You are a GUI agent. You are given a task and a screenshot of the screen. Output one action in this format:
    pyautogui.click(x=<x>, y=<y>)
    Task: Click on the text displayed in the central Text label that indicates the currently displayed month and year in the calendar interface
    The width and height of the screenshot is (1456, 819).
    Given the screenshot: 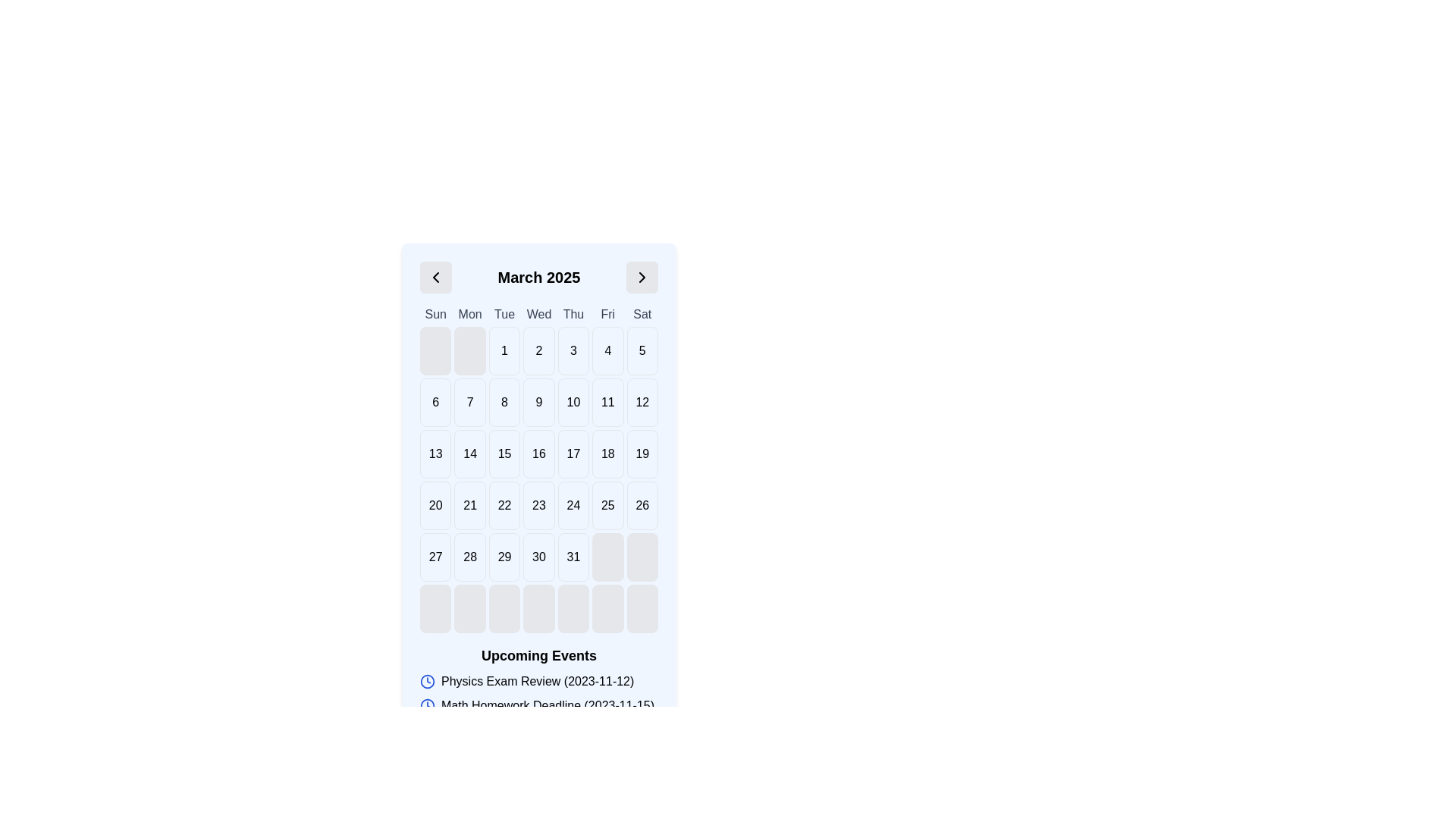 What is the action you would take?
    pyautogui.click(x=538, y=278)
    